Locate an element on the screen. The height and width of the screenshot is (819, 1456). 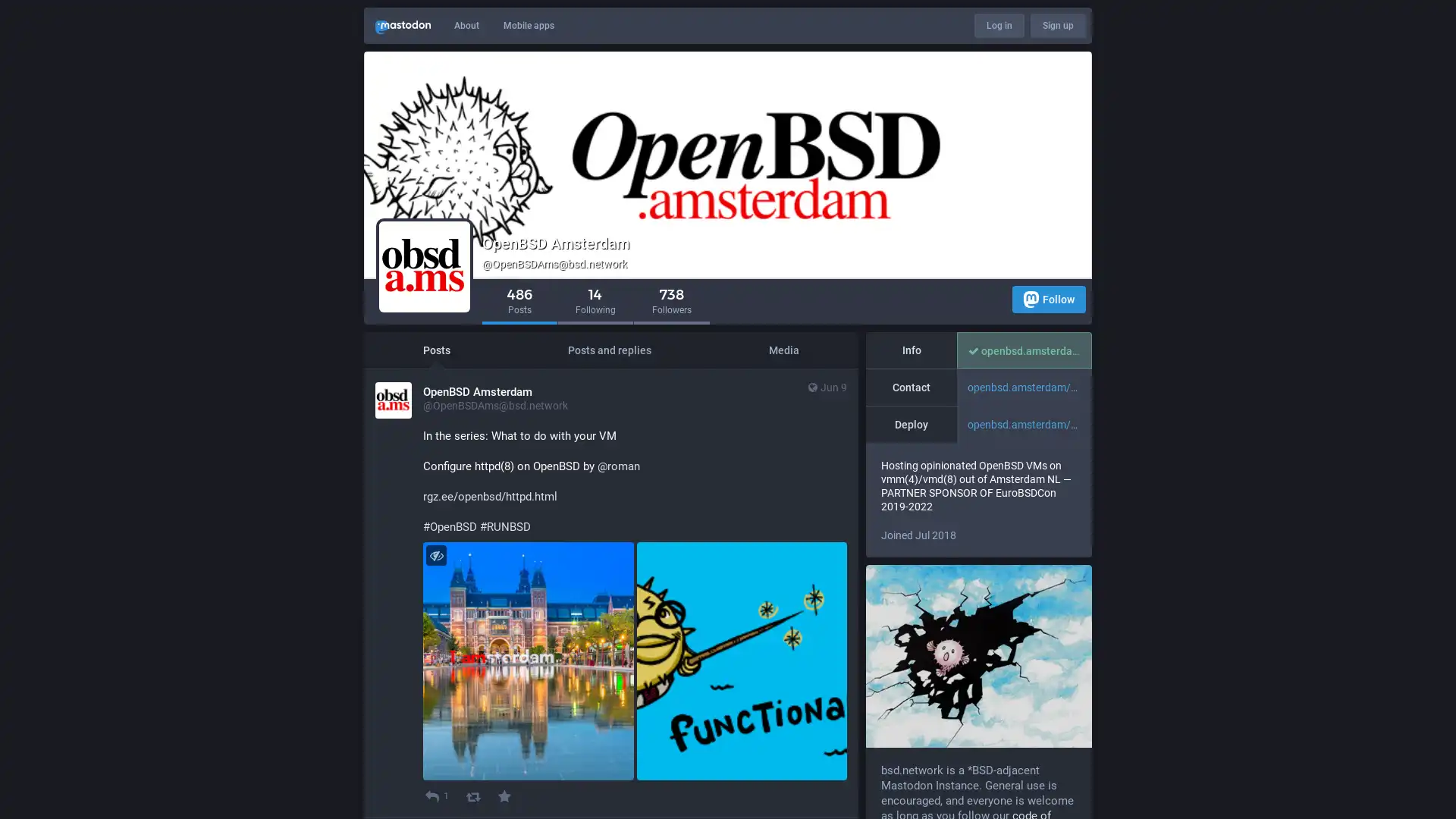
Hide images is located at coordinates (435, 555).